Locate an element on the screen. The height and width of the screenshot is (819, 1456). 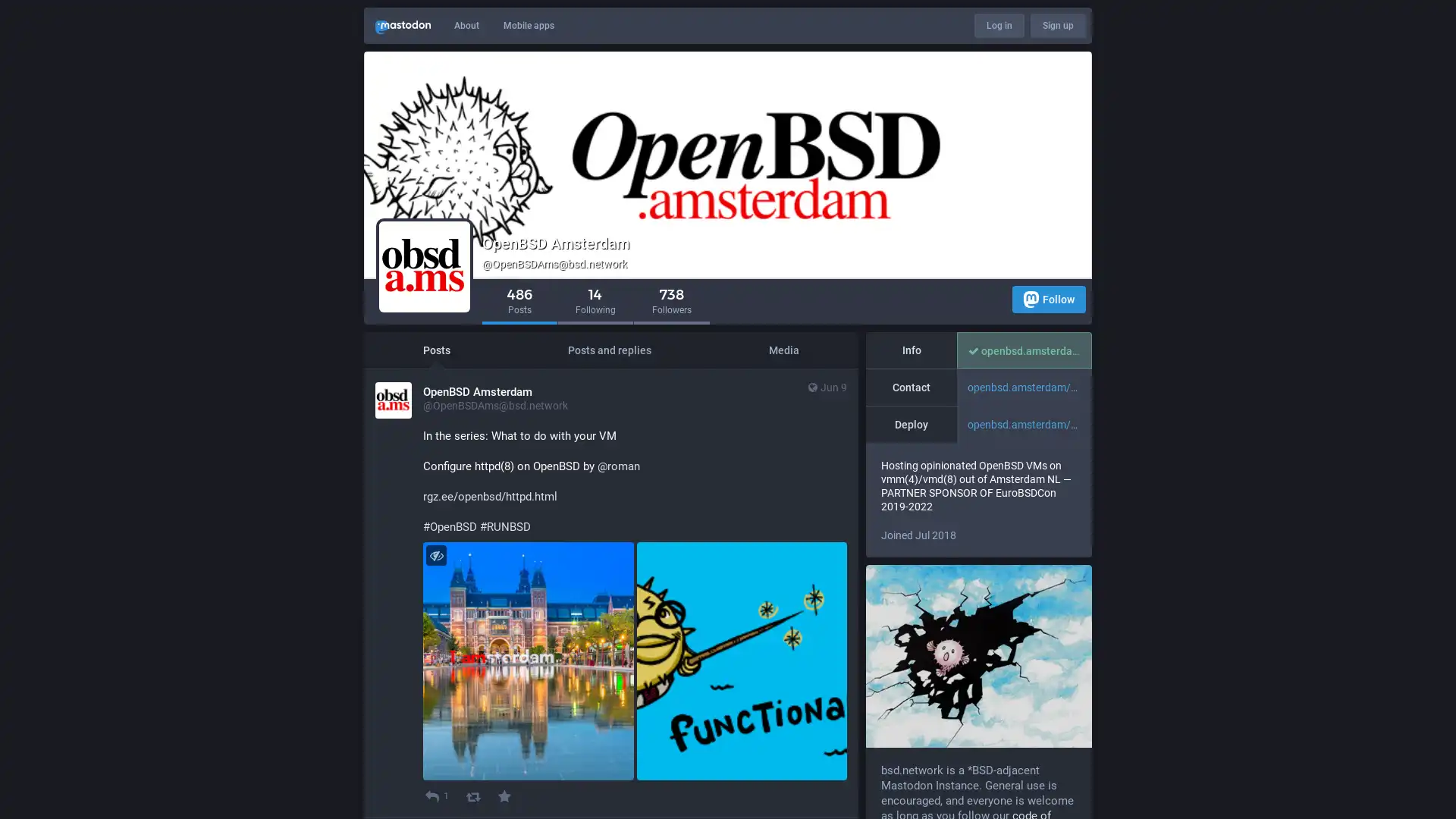
Hide images is located at coordinates (435, 555).